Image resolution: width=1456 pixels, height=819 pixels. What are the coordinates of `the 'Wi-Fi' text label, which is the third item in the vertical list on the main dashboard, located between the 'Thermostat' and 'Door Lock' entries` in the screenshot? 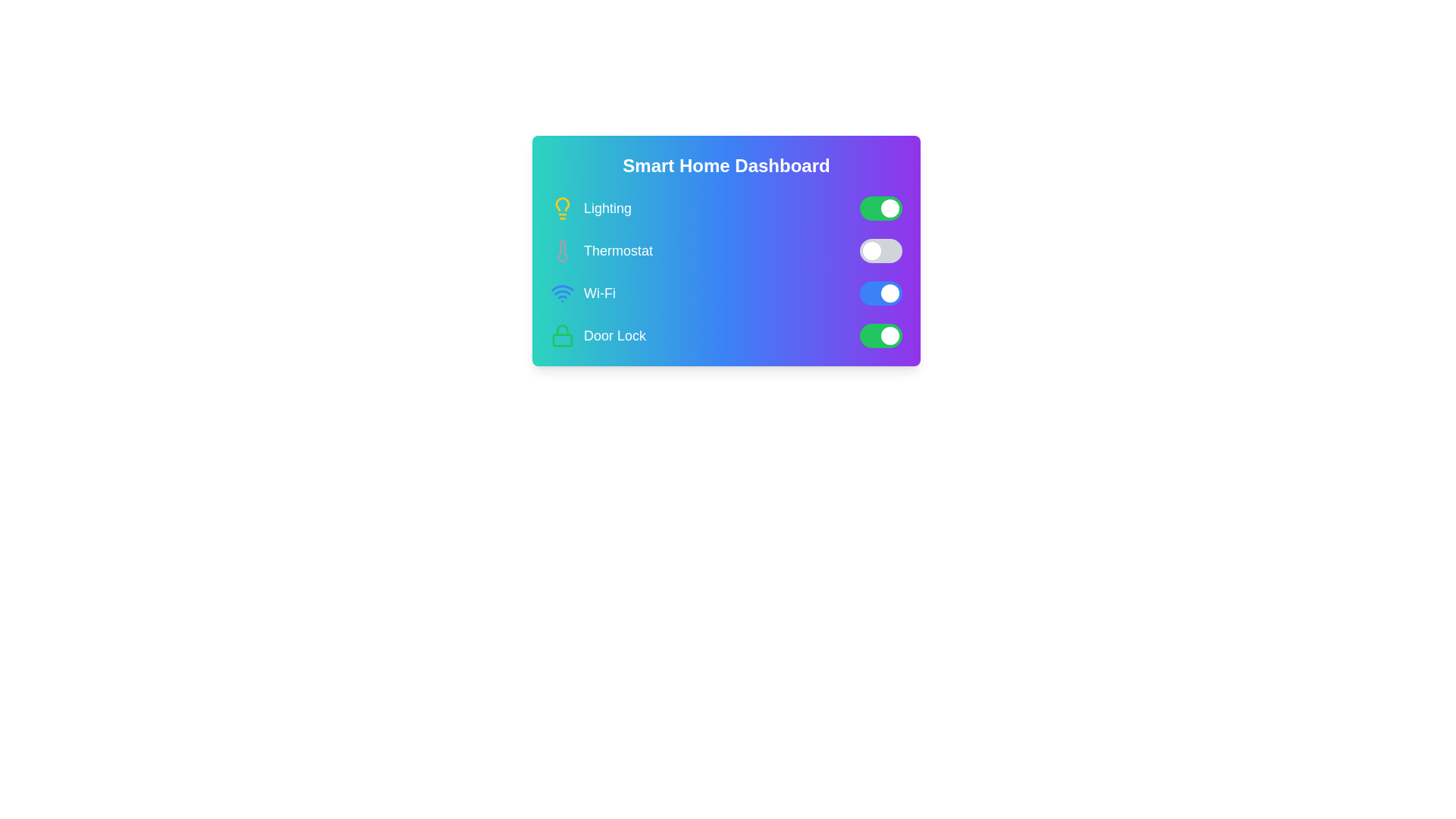 It's located at (599, 293).